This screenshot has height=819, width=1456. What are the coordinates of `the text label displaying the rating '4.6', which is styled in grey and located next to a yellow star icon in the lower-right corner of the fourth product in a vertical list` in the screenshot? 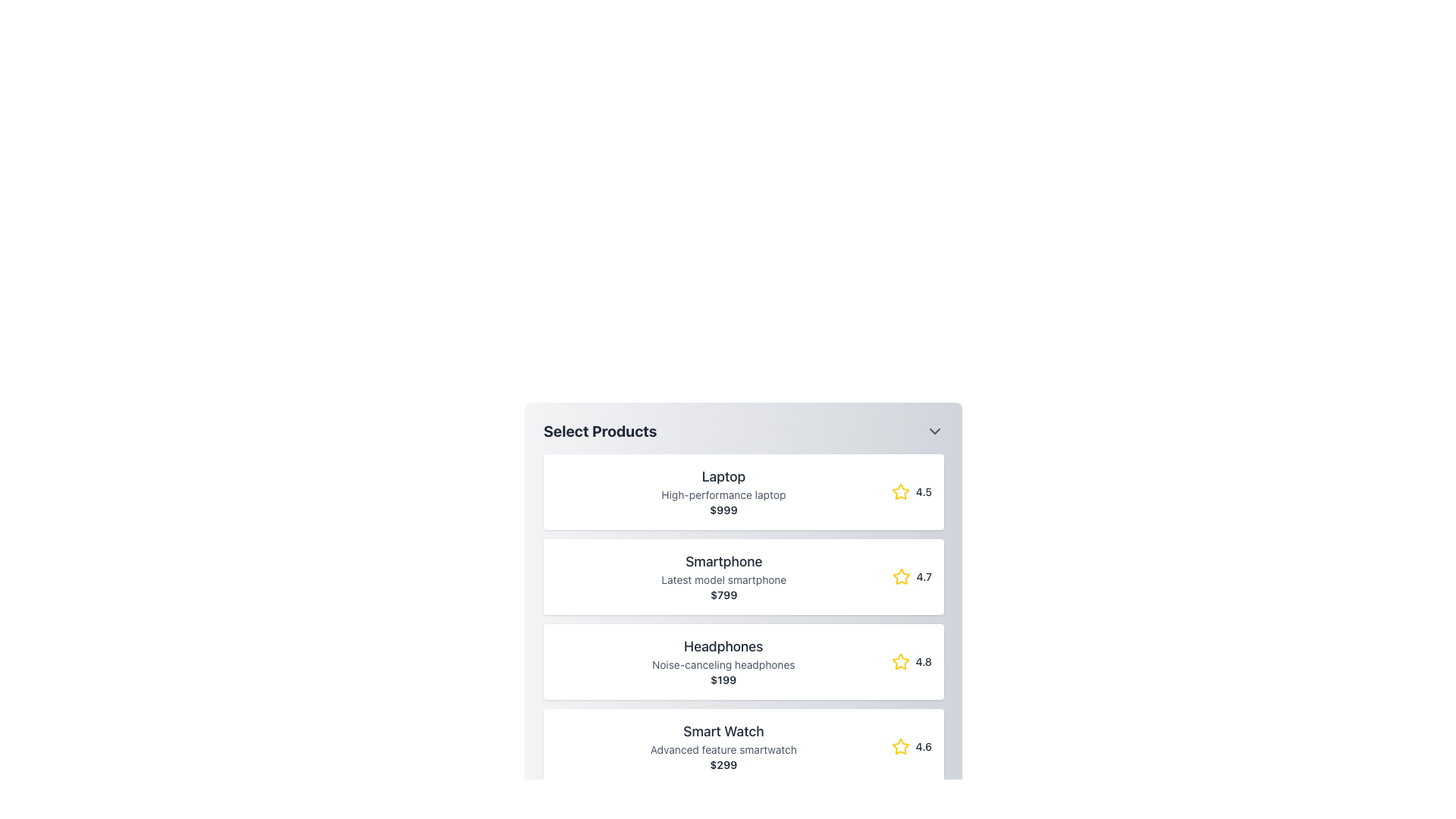 It's located at (923, 745).